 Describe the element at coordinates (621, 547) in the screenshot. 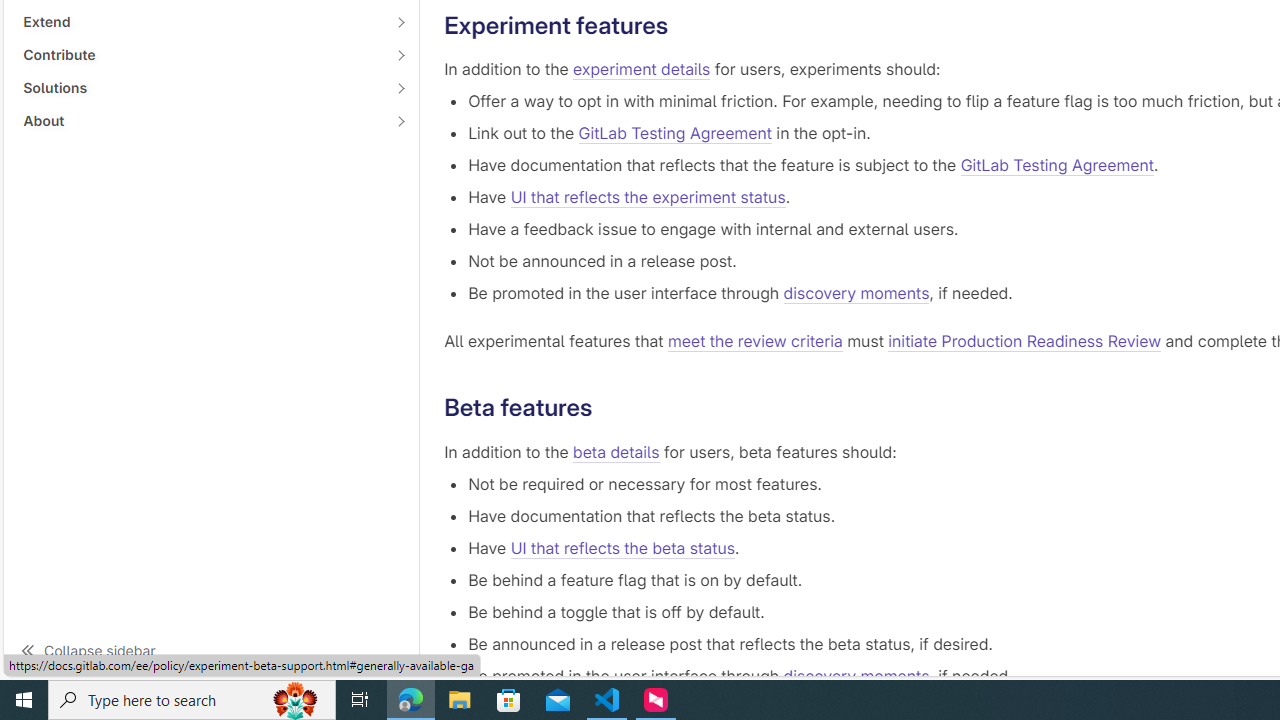

I see `'UI that reflects the beta status'` at that location.